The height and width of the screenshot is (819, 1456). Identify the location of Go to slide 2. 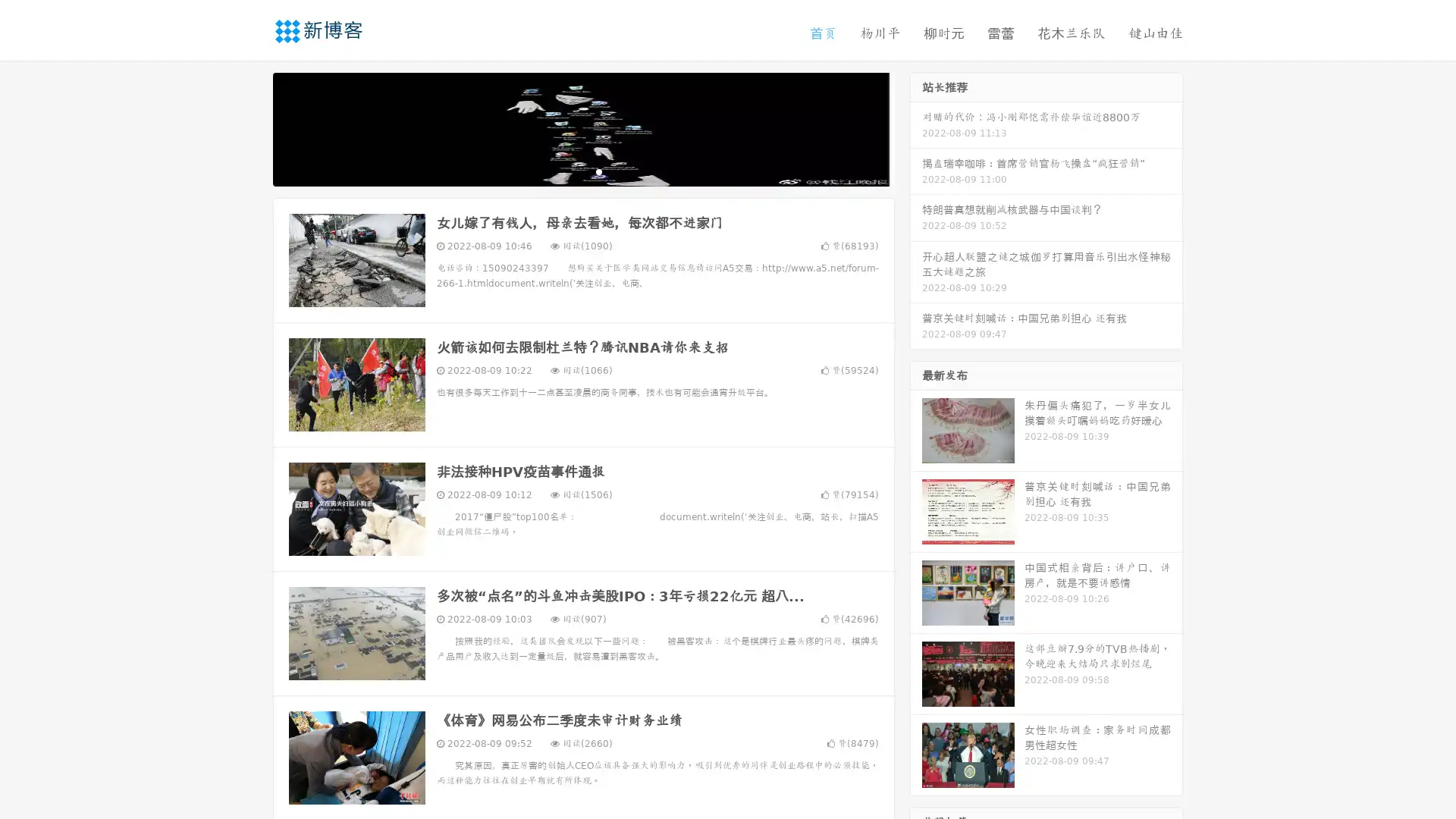
(582, 171).